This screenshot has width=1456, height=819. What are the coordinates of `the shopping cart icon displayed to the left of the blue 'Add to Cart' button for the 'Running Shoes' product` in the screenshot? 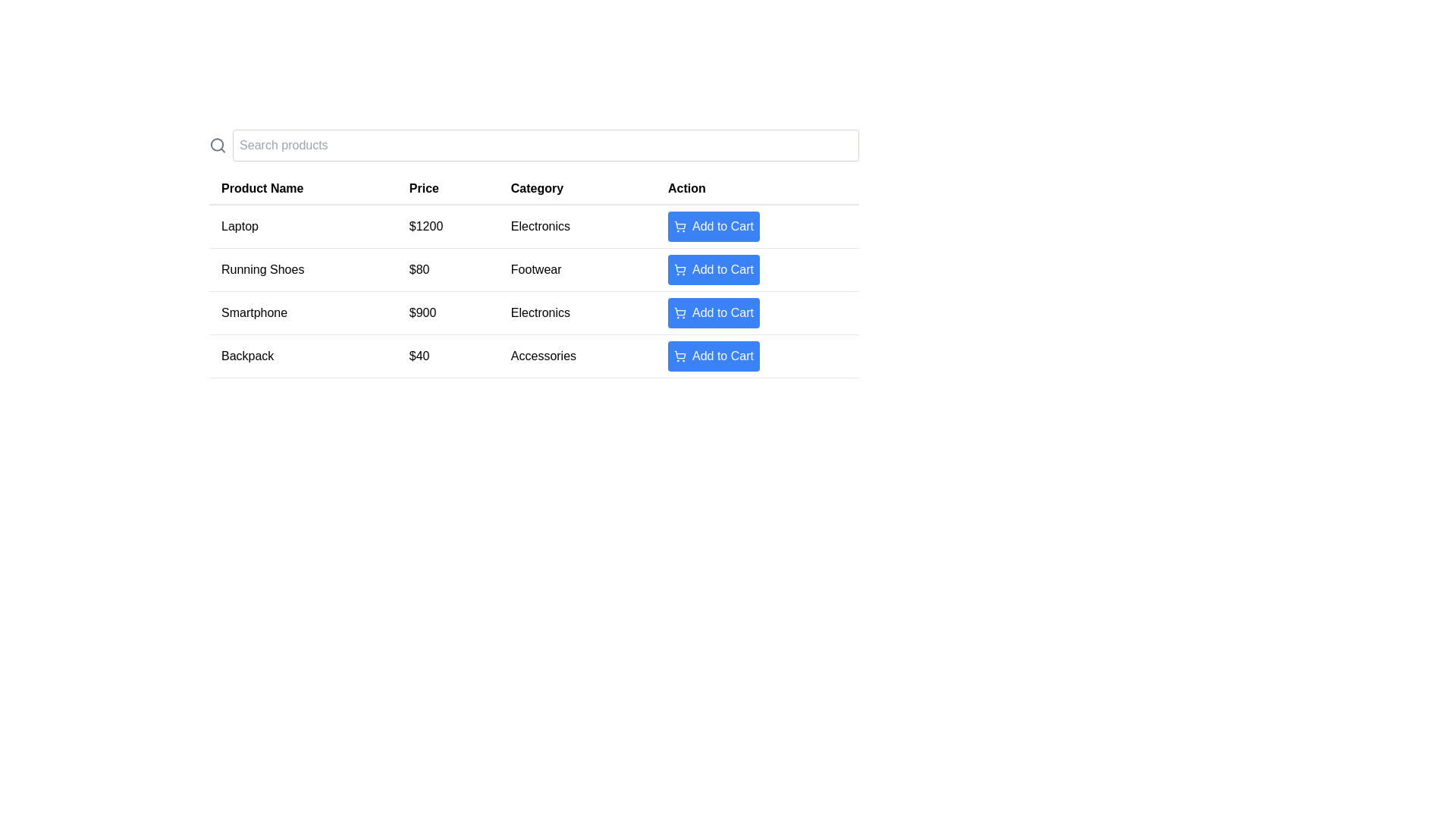 It's located at (679, 268).